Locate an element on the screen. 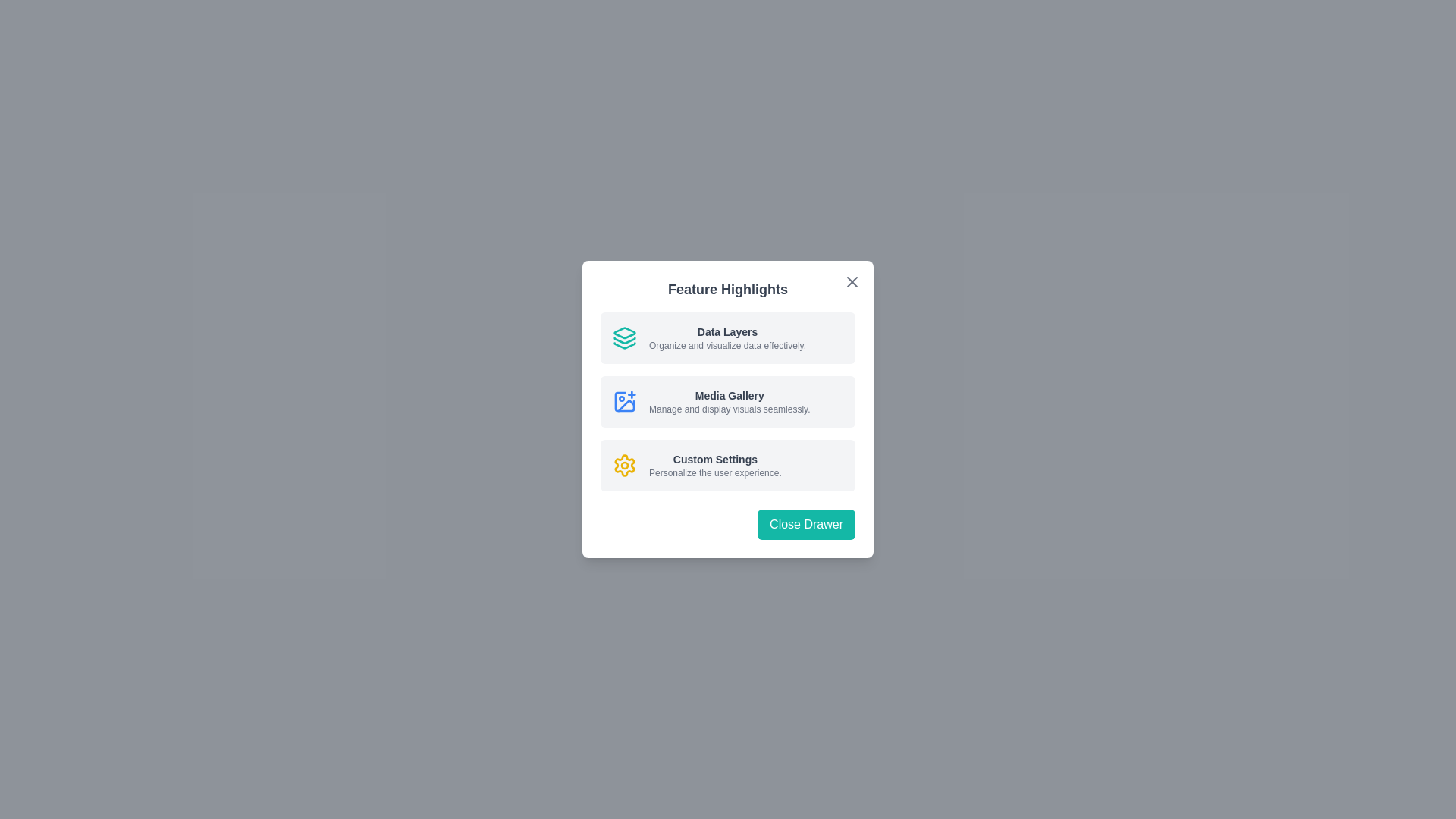 This screenshot has height=819, width=1456. the close button located at the top-right corner of the 'Feature Highlights' dialog to change its color is located at coordinates (852, 281).